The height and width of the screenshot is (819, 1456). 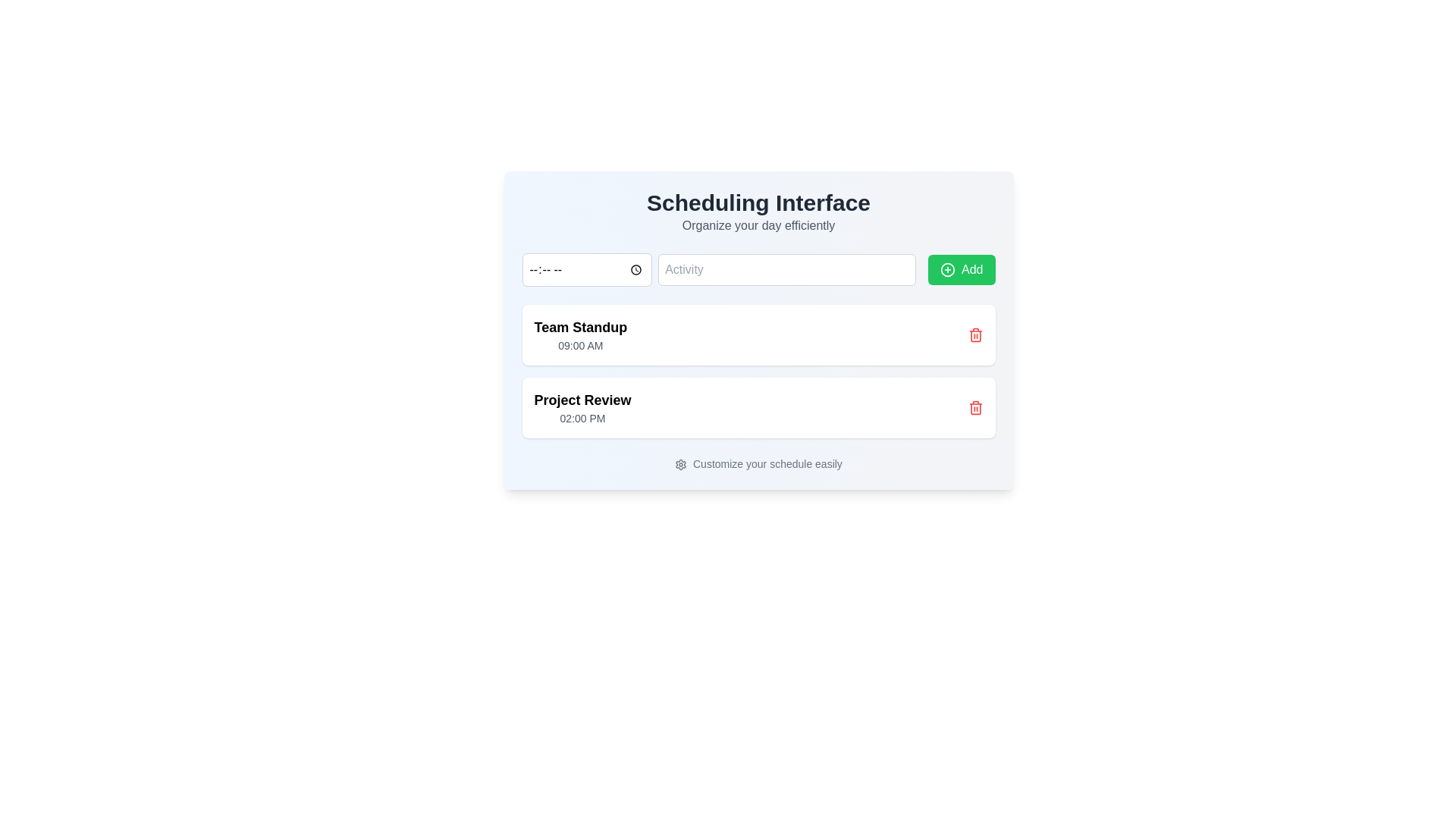 What do you see at coordinates (975, 334) in the screenshot?
I see `the delete button located at the top right corner of the 'Team Standup' event card to indicate it is an interactive element` at bounding box center [975, 334].